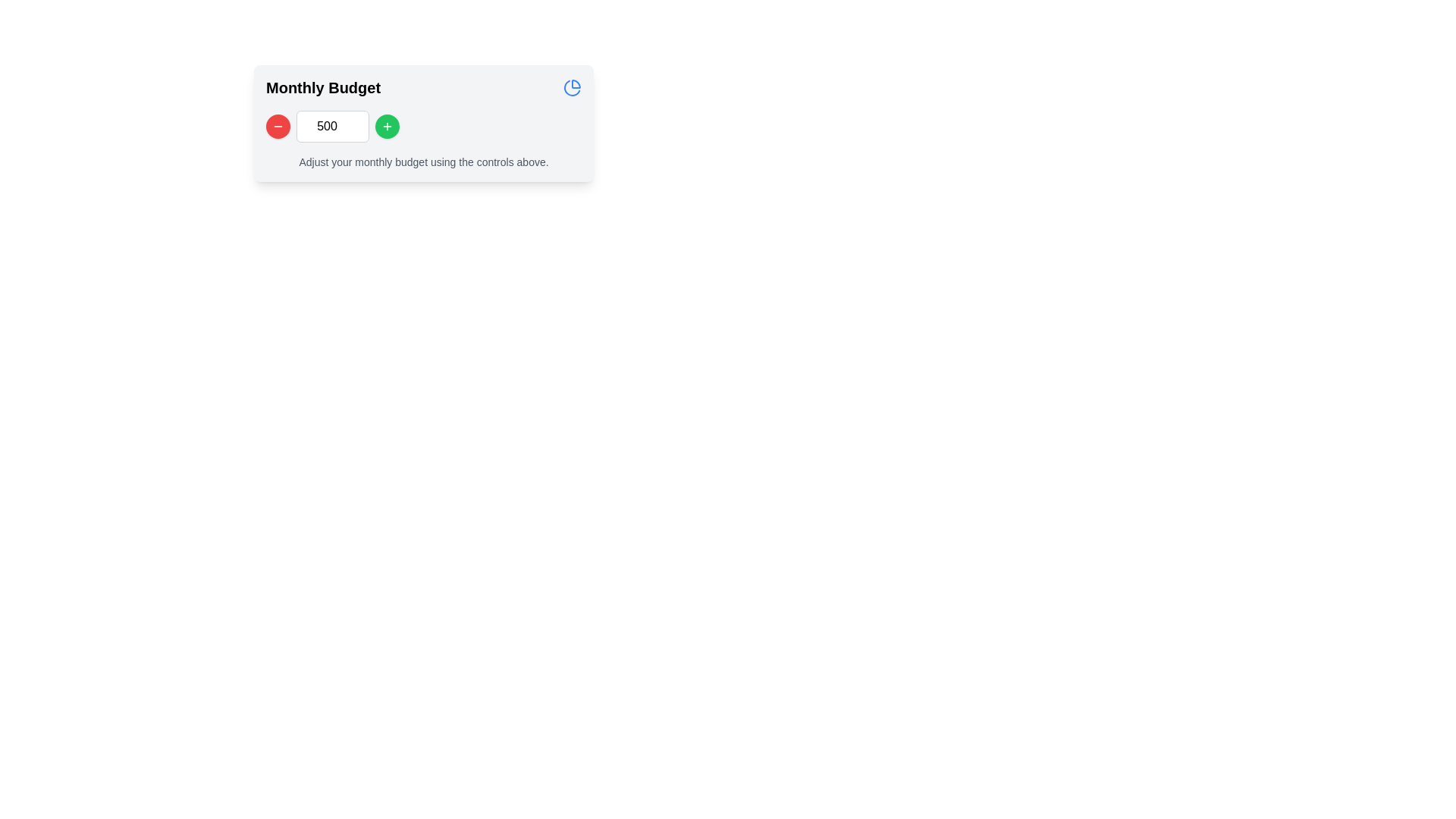 The height and width of the screenshot is (819, 1456). Describe the element at coordinates (571, 87) in the screenshot. I see `the budget visualization icon located to the right of the 'Monthly Budget' text` at that location.